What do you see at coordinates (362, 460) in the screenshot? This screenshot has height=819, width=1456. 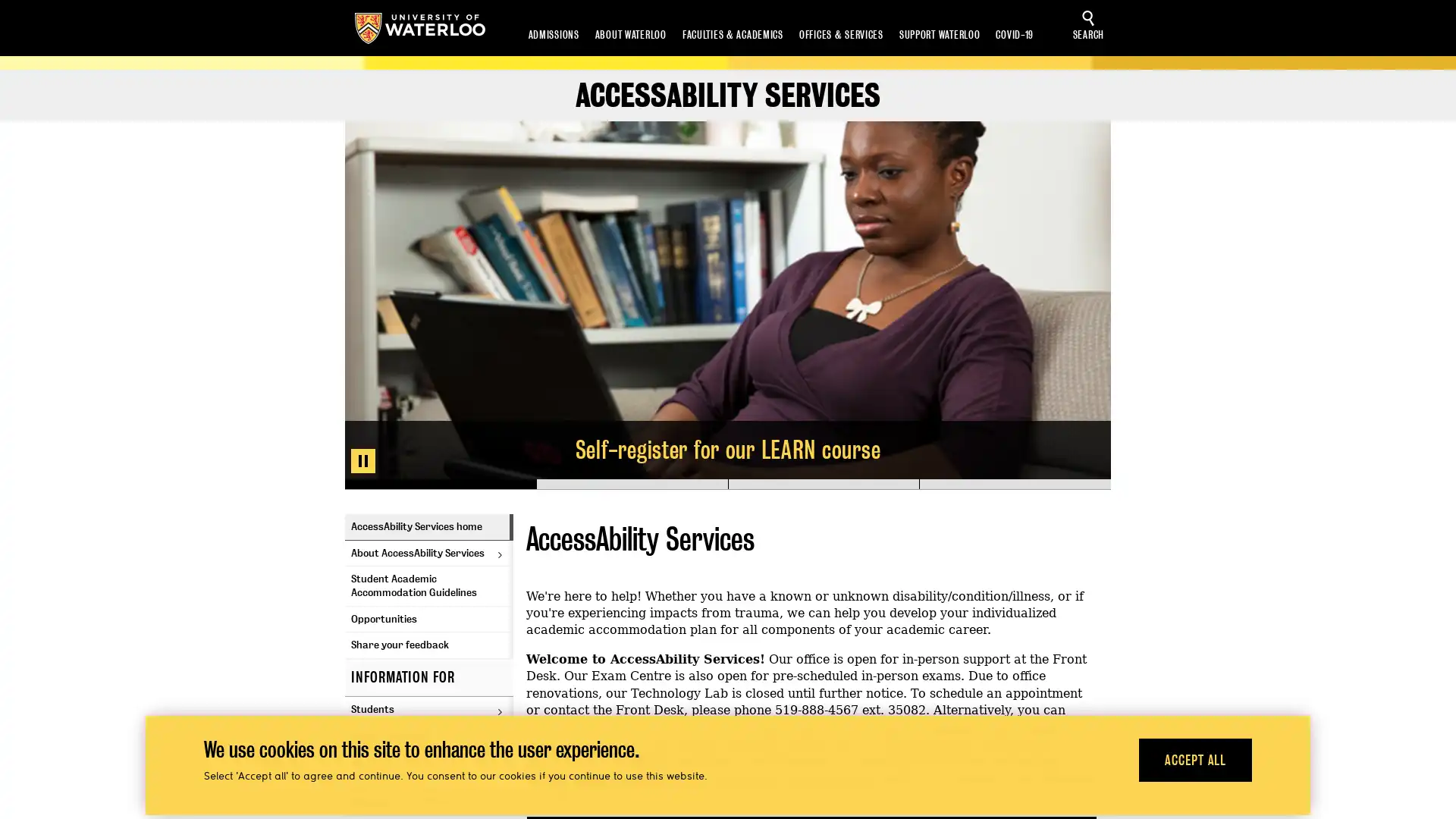 I see `PAUSE BANNER SLIDESHOW` at bounding box center [362, 460].